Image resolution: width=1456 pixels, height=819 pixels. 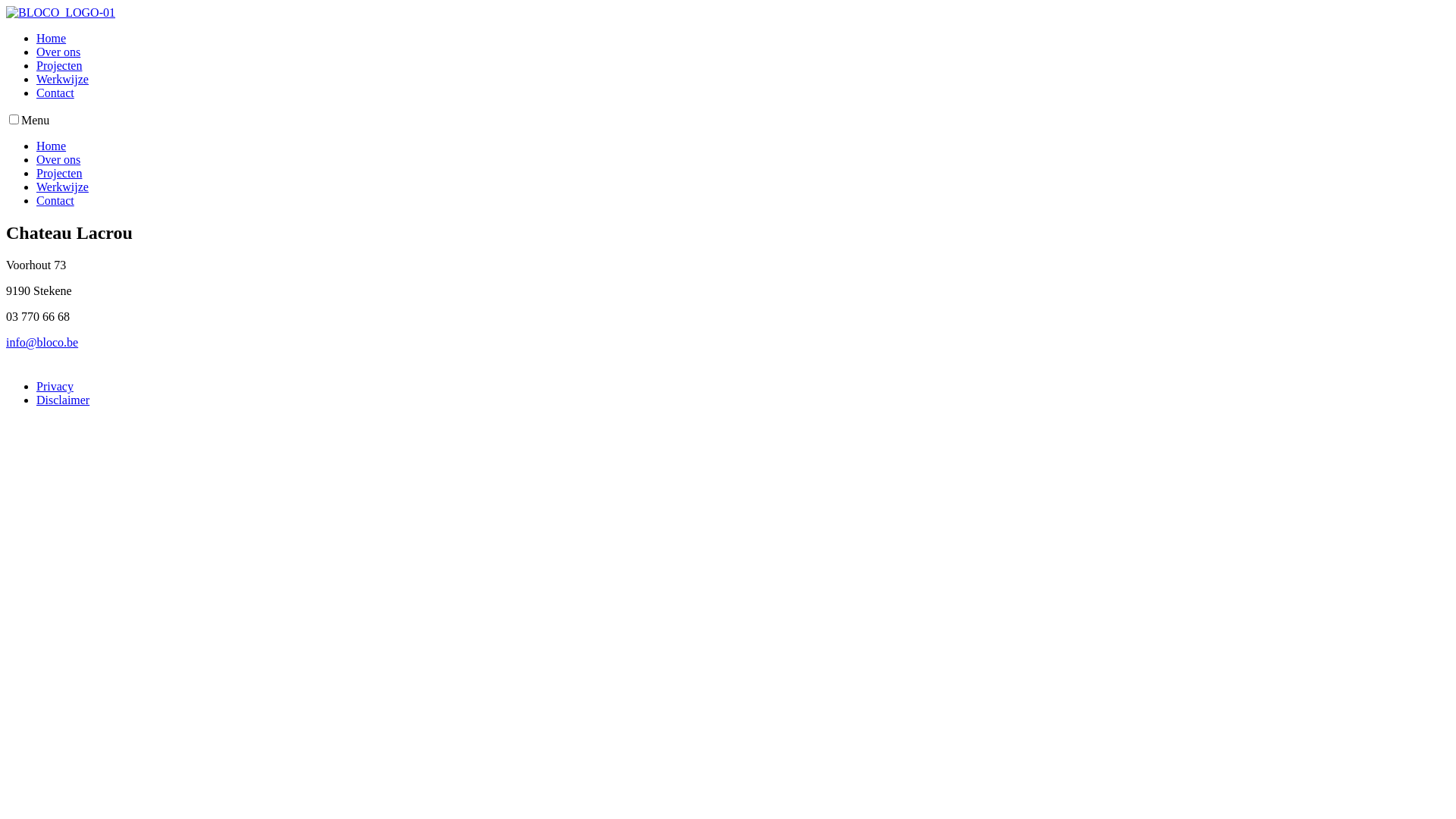 I want to click on 'info@bloco.be', so click(x=6, y=342).